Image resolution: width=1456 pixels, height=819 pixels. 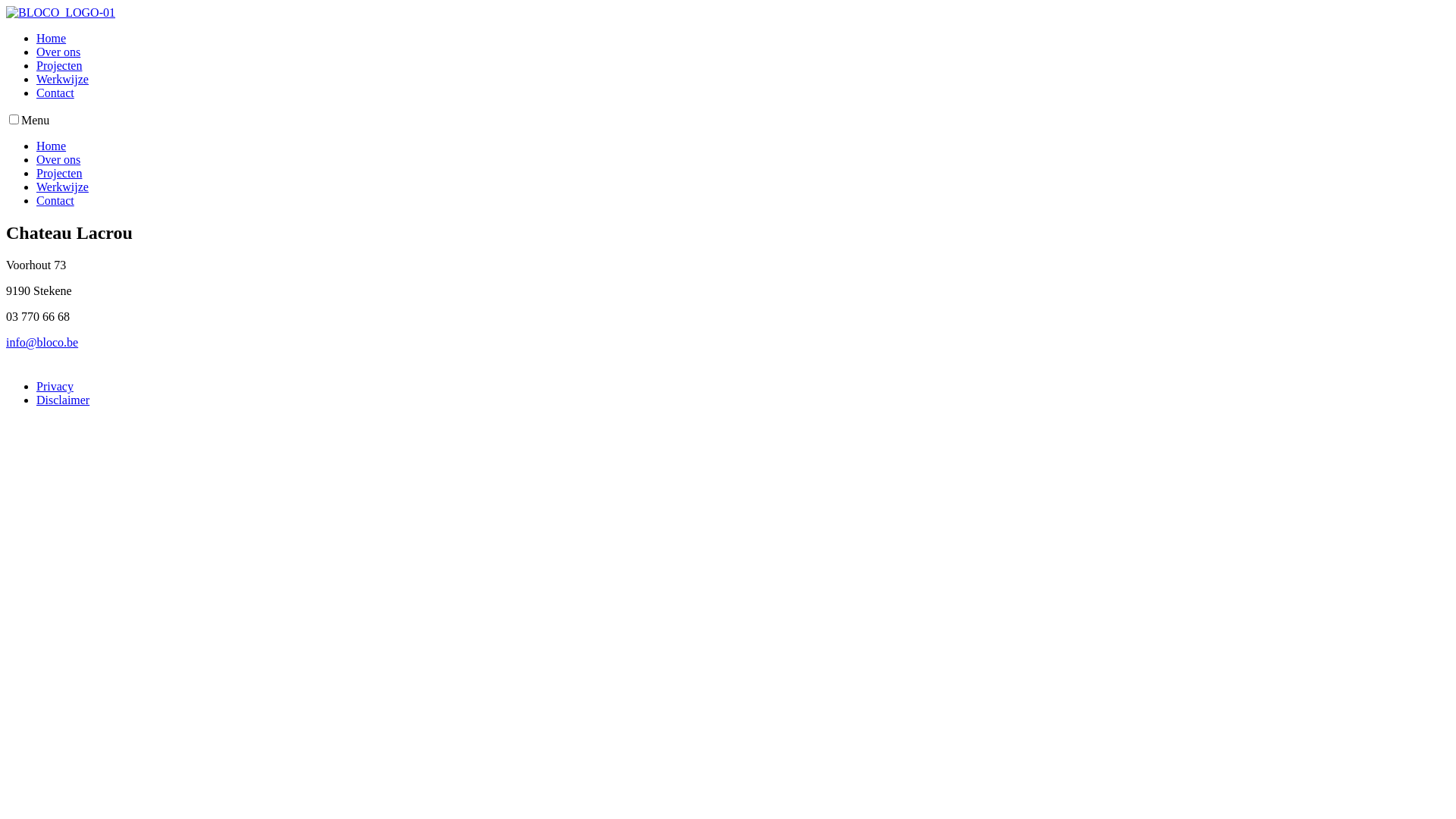 I want to click on 'info@bloco.be', so click(x=6, y=342).